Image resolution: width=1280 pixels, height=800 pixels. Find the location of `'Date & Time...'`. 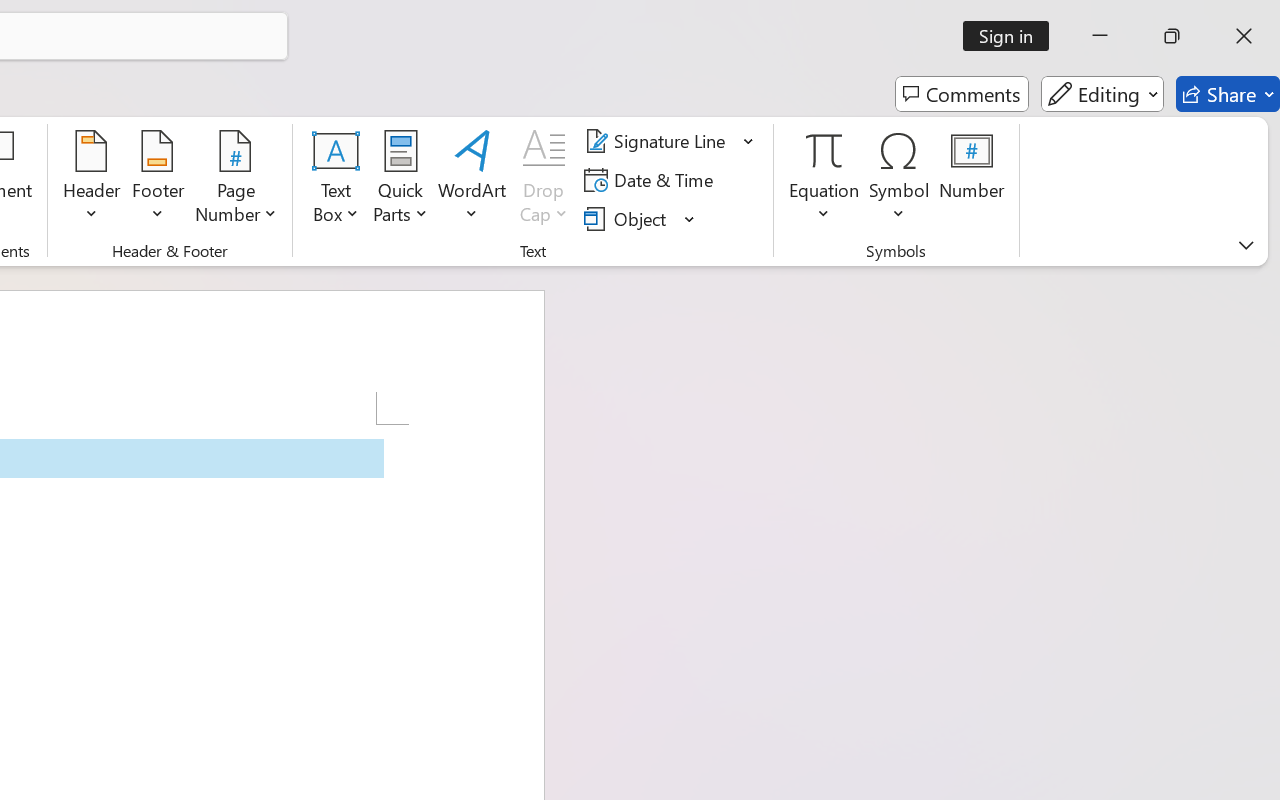

'Date & Time...' is located at coordinates (652, 179).